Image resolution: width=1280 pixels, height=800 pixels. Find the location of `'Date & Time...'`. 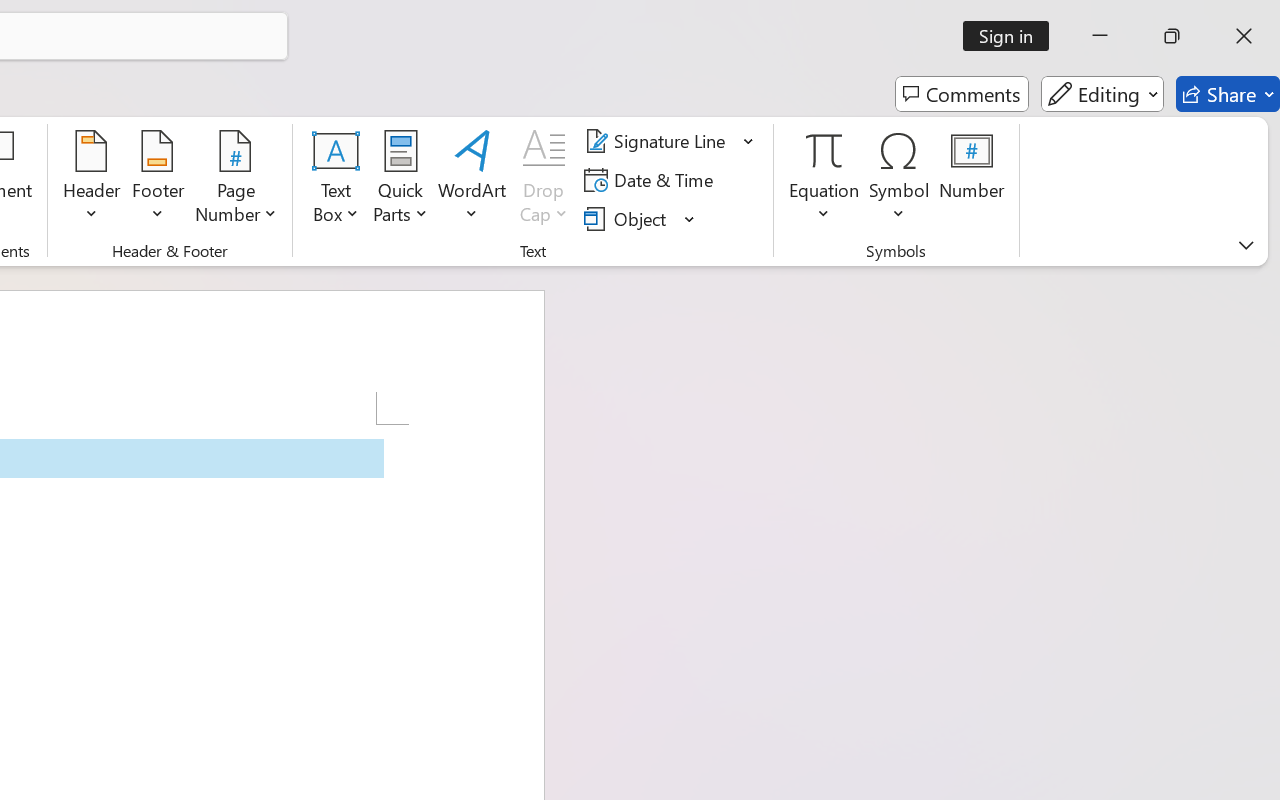

'Date & Time...' is located at coordinates (652, 179).